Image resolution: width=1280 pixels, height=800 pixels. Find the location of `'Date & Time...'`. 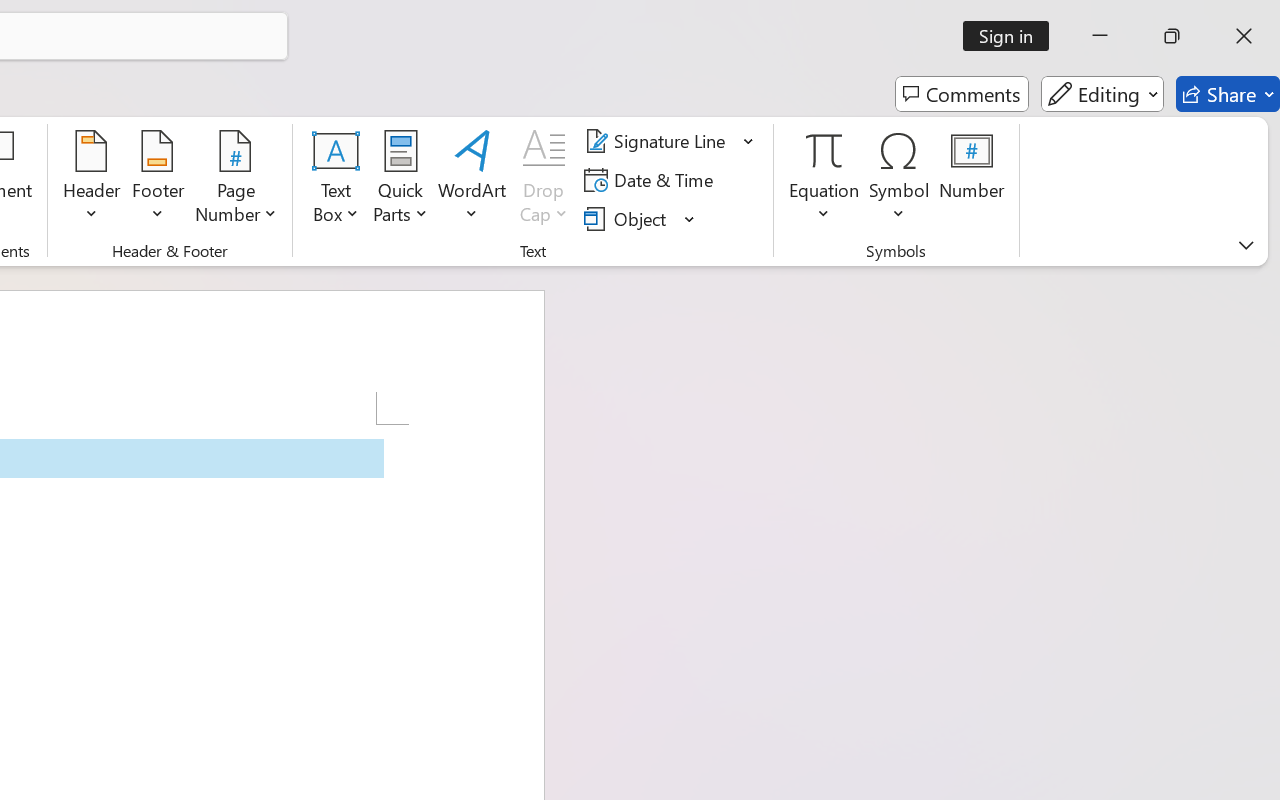

'Date & Time...' is located at coordinates (652, 179).